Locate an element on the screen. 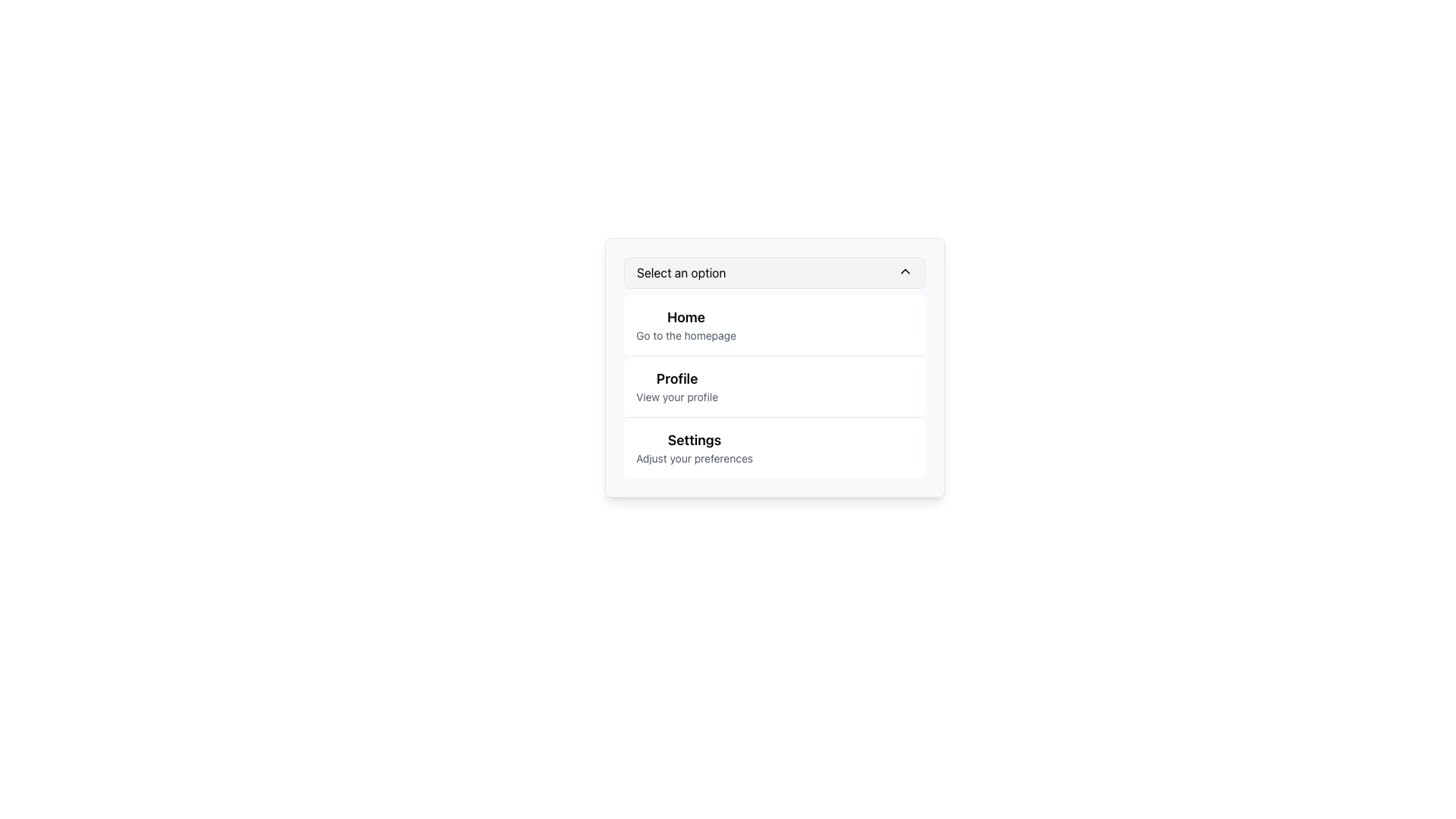 The height and width of the screenshot is (819, 1456). the text label that provides supplementary information for the 'Settings' section, positioned directly below the 'Settings' title is located at coordinates (694, 458).